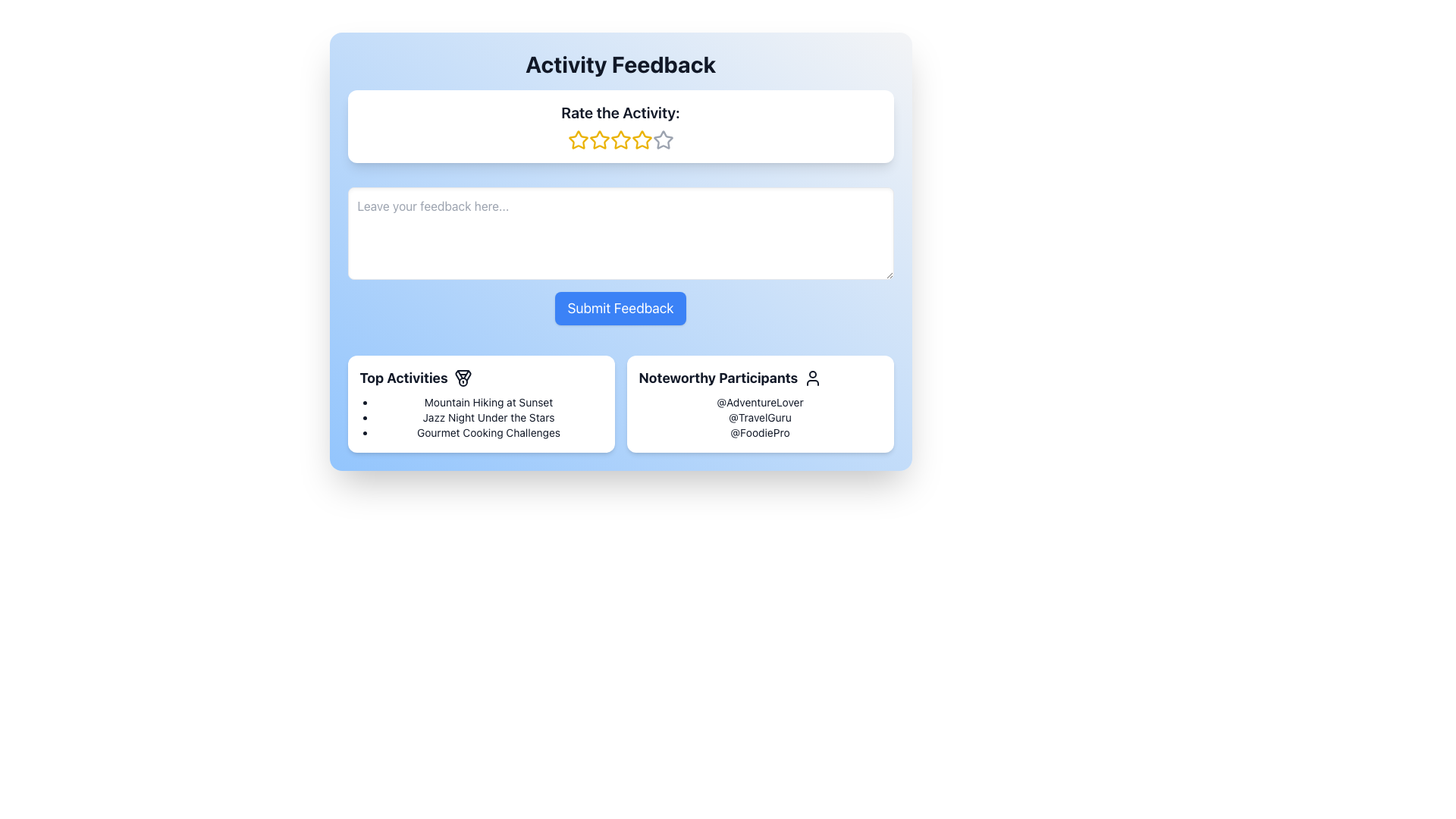 This screenshot has height=819, width=1456. I want to click on the third star icon in the rating sequence, so click(620, 140).